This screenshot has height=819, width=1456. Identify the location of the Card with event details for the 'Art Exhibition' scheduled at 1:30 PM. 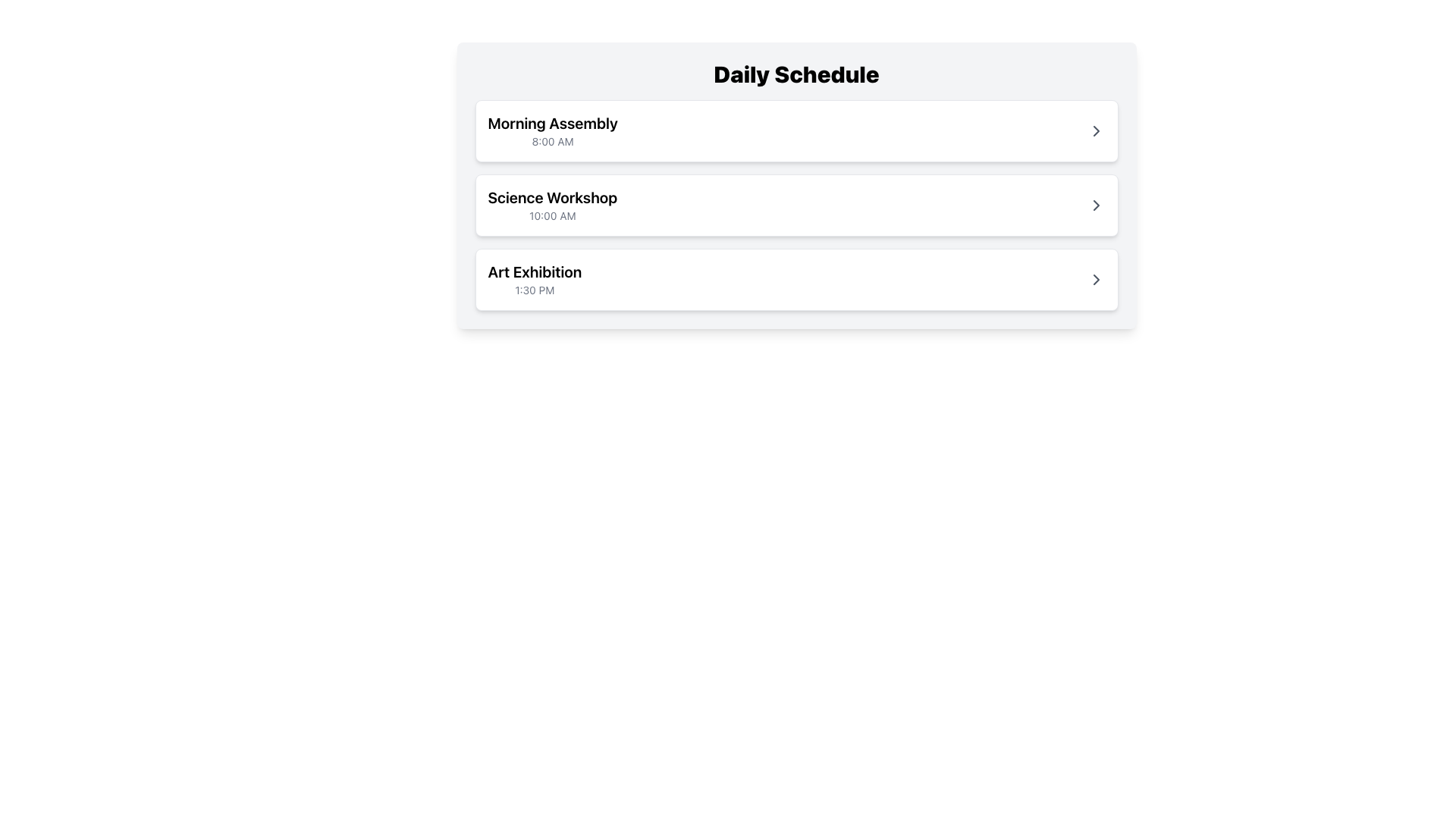
(795, 280).